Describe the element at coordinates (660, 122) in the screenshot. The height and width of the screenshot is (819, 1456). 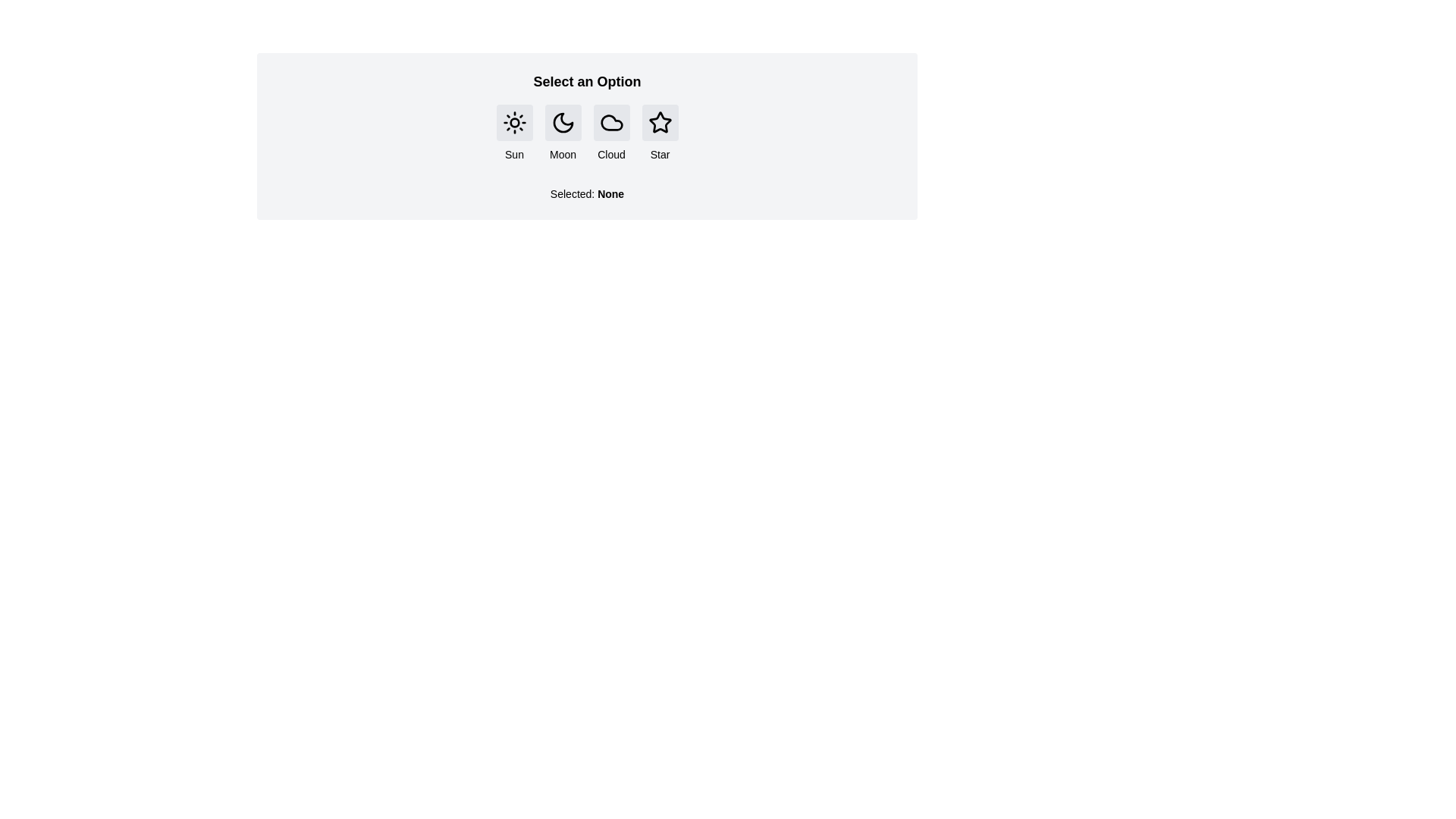
I see `the star-shaped icon with a black stroke and white fill, which is the fourth option in a horizontal row of icons` at that location.